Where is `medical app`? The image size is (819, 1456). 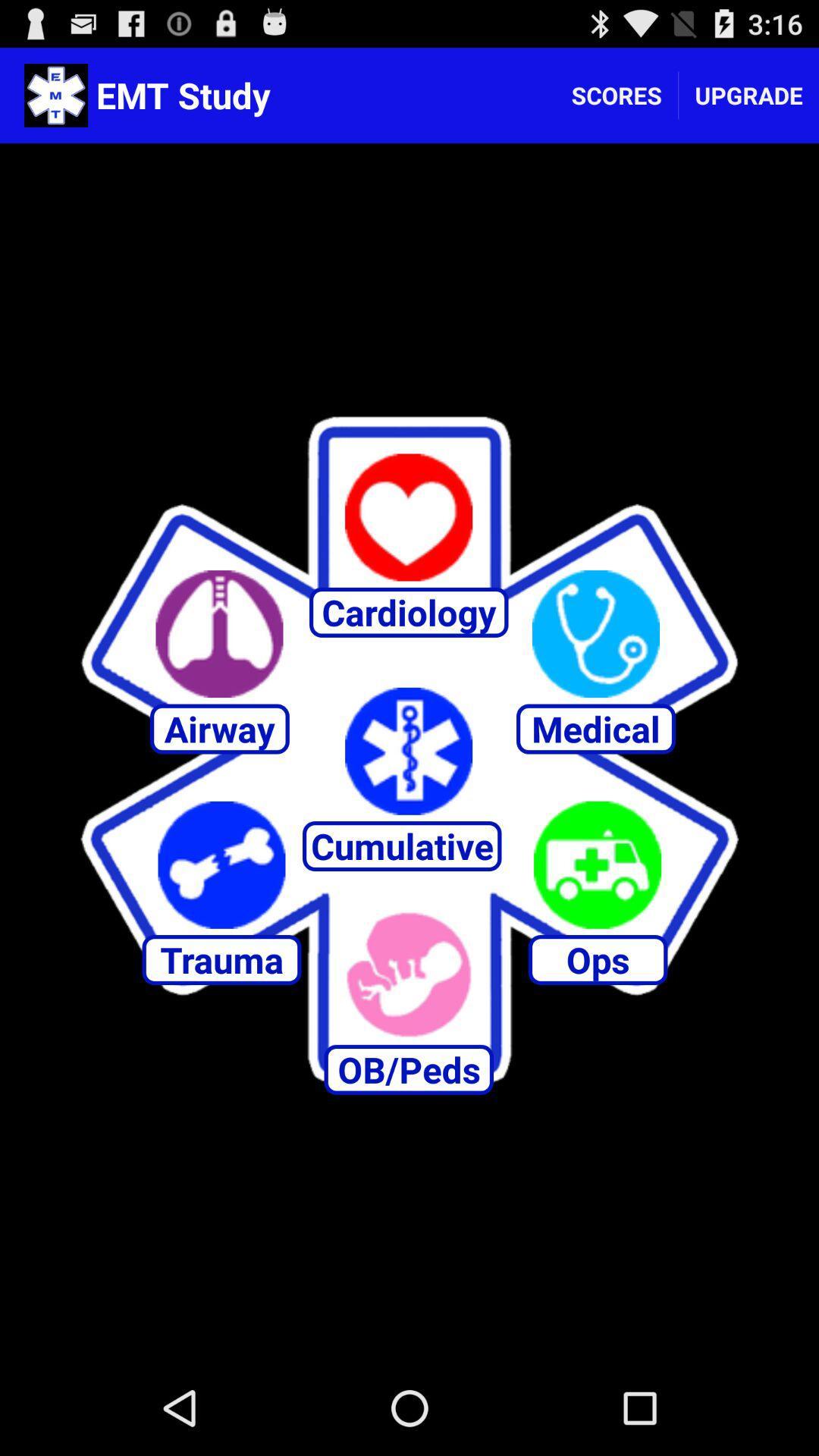 medical app is located at coordinates (595, 634).